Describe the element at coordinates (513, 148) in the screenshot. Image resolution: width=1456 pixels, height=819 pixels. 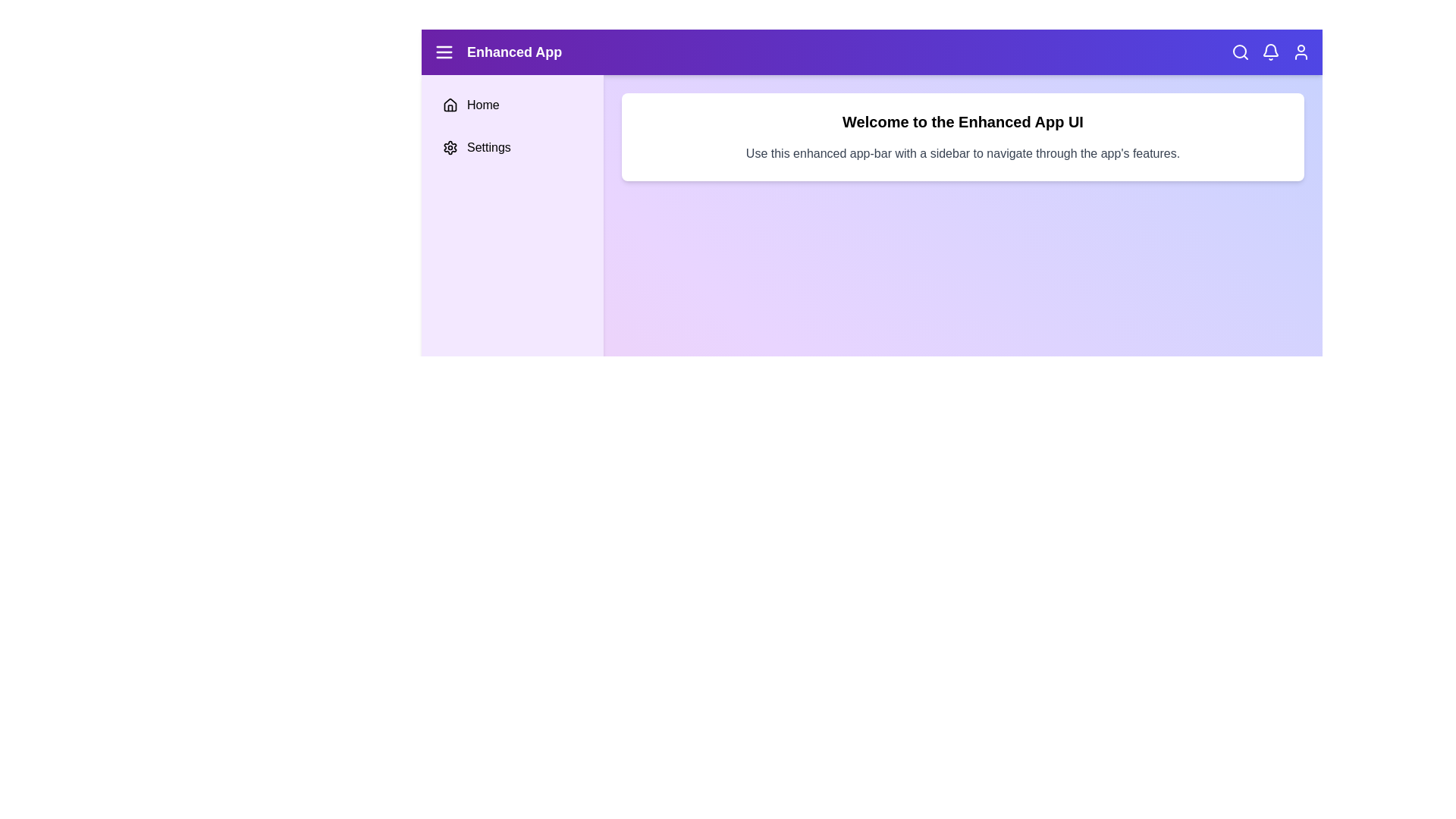
I see `the sidebar option labeled Settings to navigate to the respective section` at that location.